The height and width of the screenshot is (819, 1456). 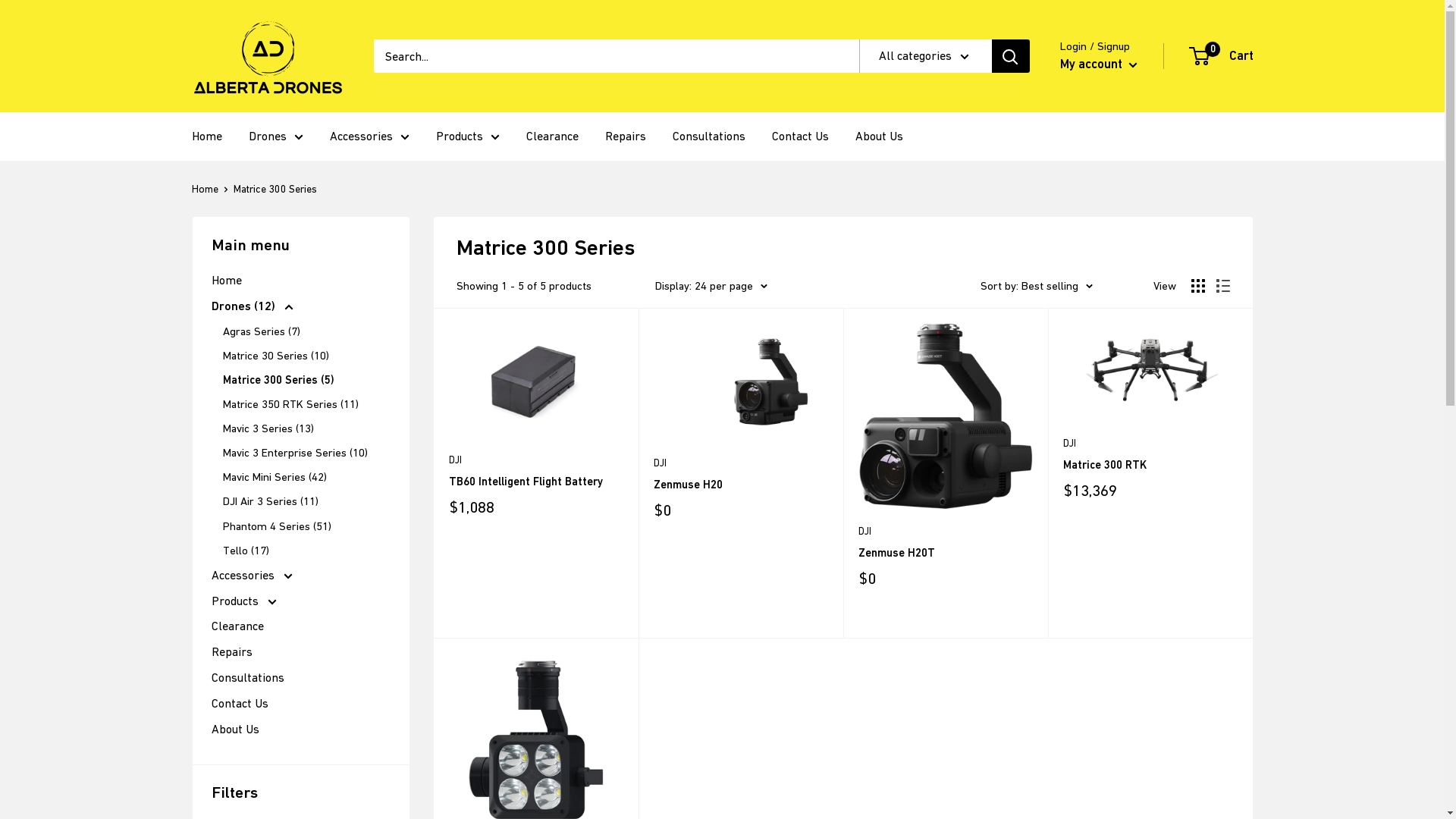 I want to click on 'Matrice 300 Series (5)', so click(x=221, y=379).